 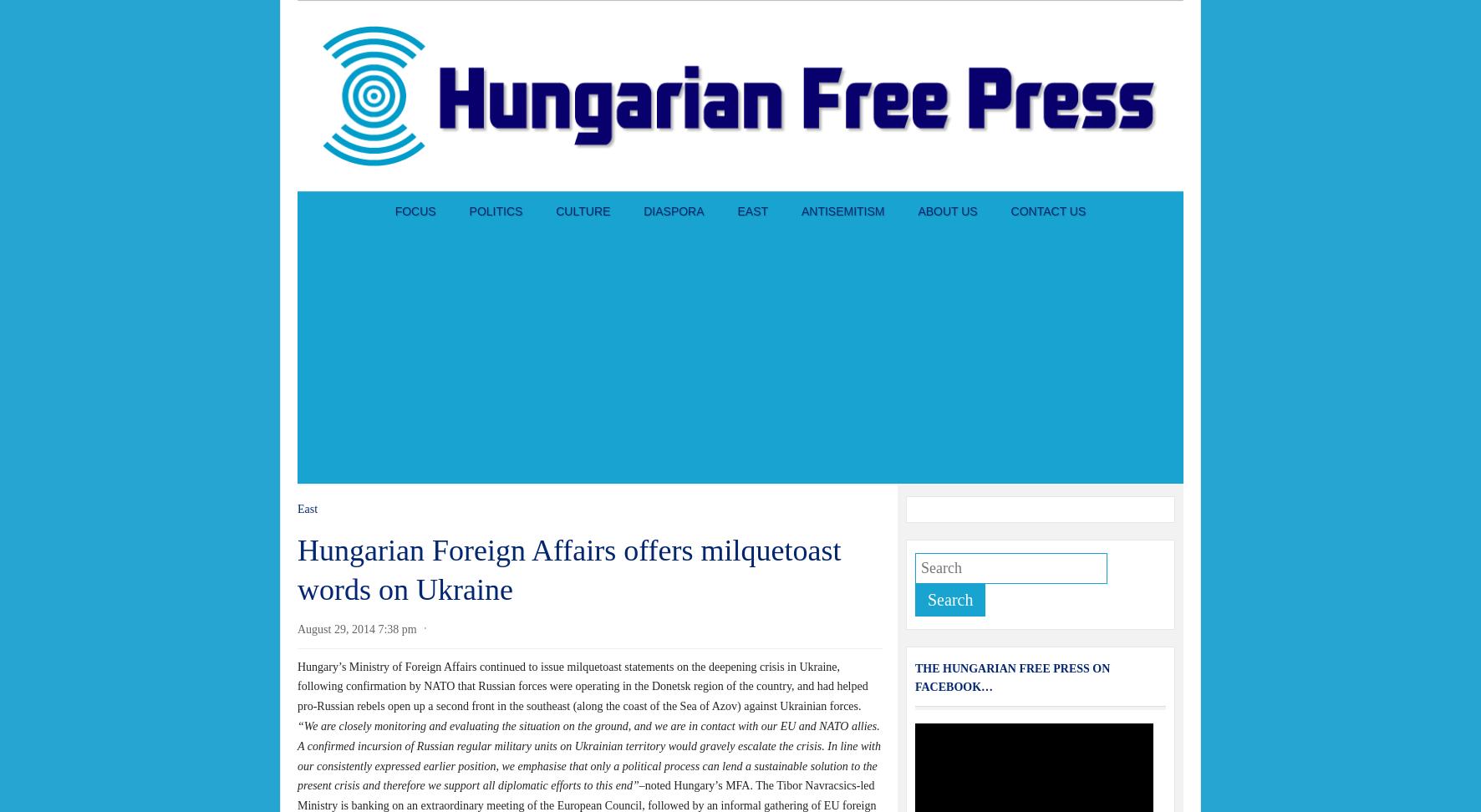 What do you see at coordinates (357, 628) in the screenshot?
I see `'August 29, 2014 7:38 pm'` at bounding box center [357, 628].